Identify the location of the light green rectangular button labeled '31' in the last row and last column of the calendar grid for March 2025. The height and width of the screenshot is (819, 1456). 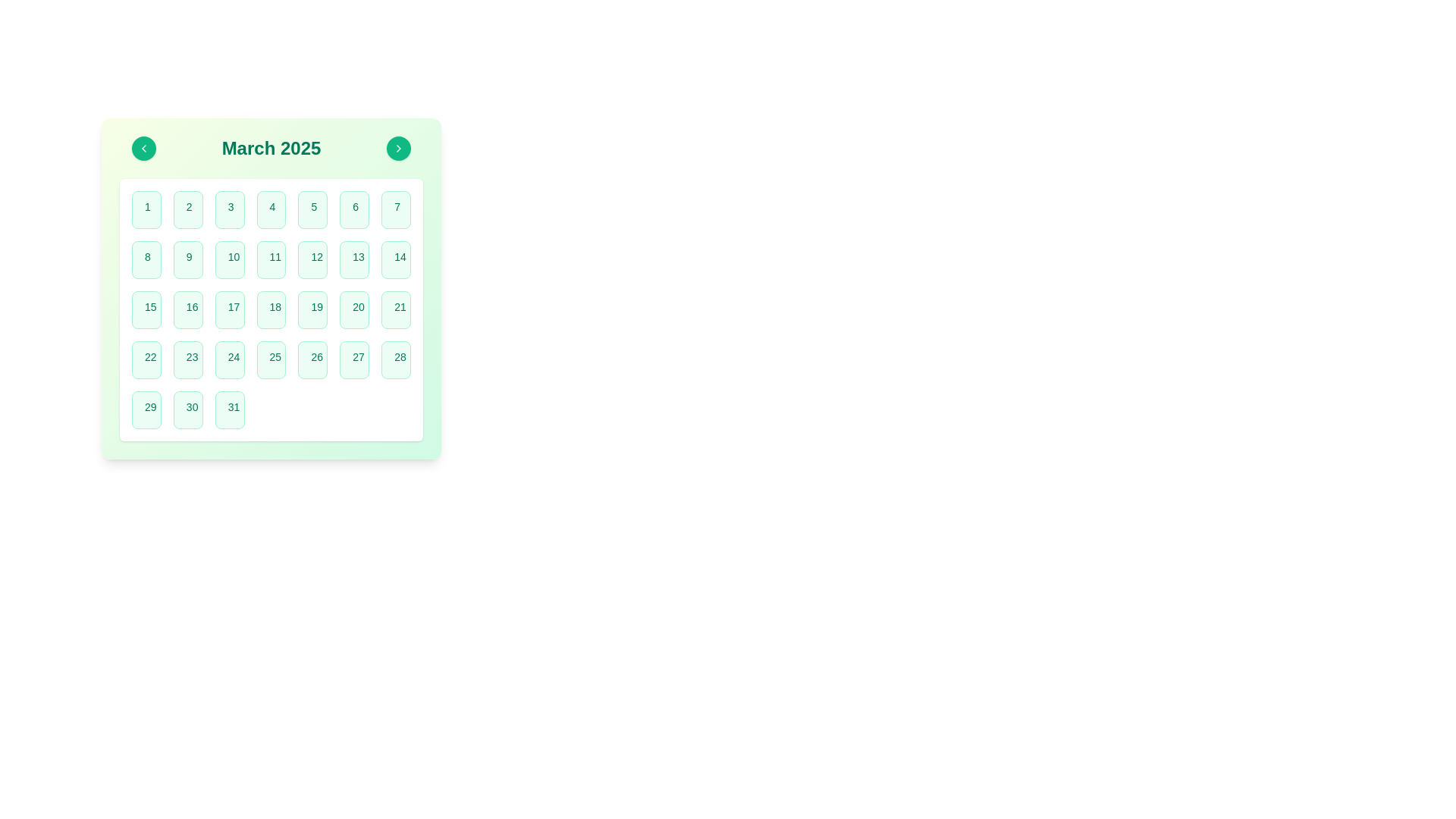
(229, 409).